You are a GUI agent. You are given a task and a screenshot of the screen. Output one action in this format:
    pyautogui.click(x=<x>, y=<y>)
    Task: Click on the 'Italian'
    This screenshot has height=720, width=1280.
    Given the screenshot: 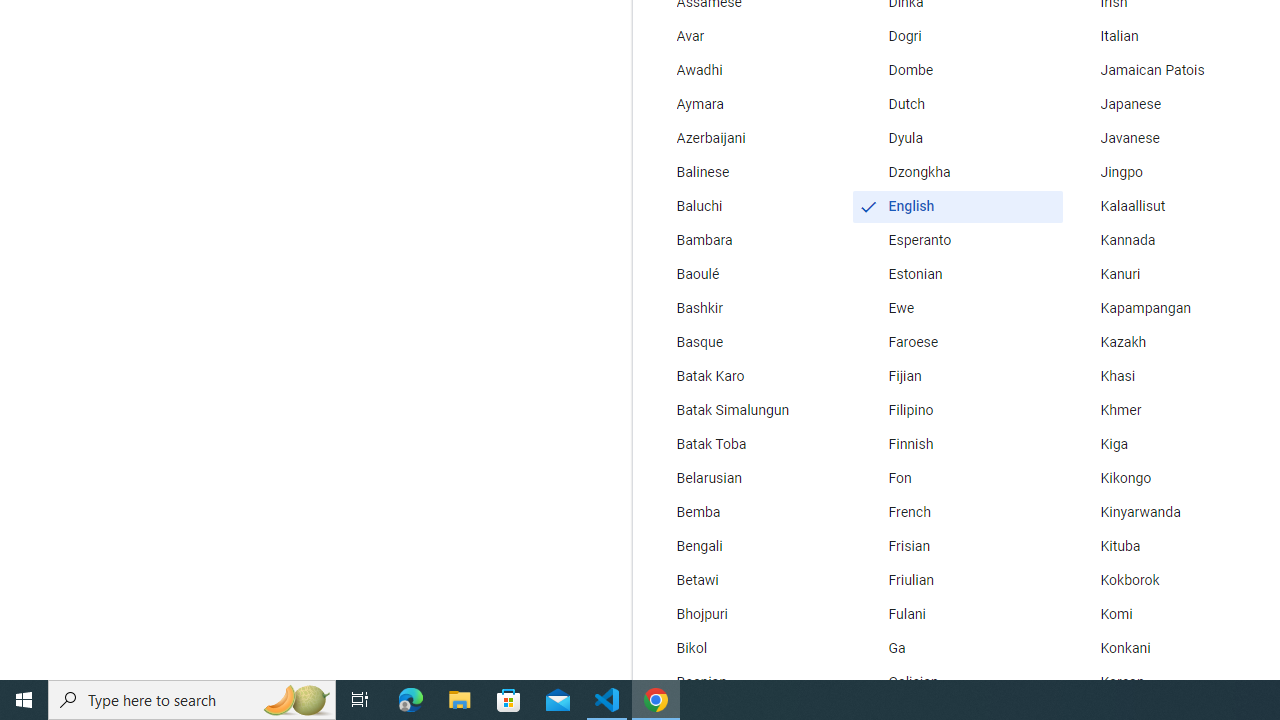 What is the action you would take?
    pyautogui.click(x=1169, y=37)
    